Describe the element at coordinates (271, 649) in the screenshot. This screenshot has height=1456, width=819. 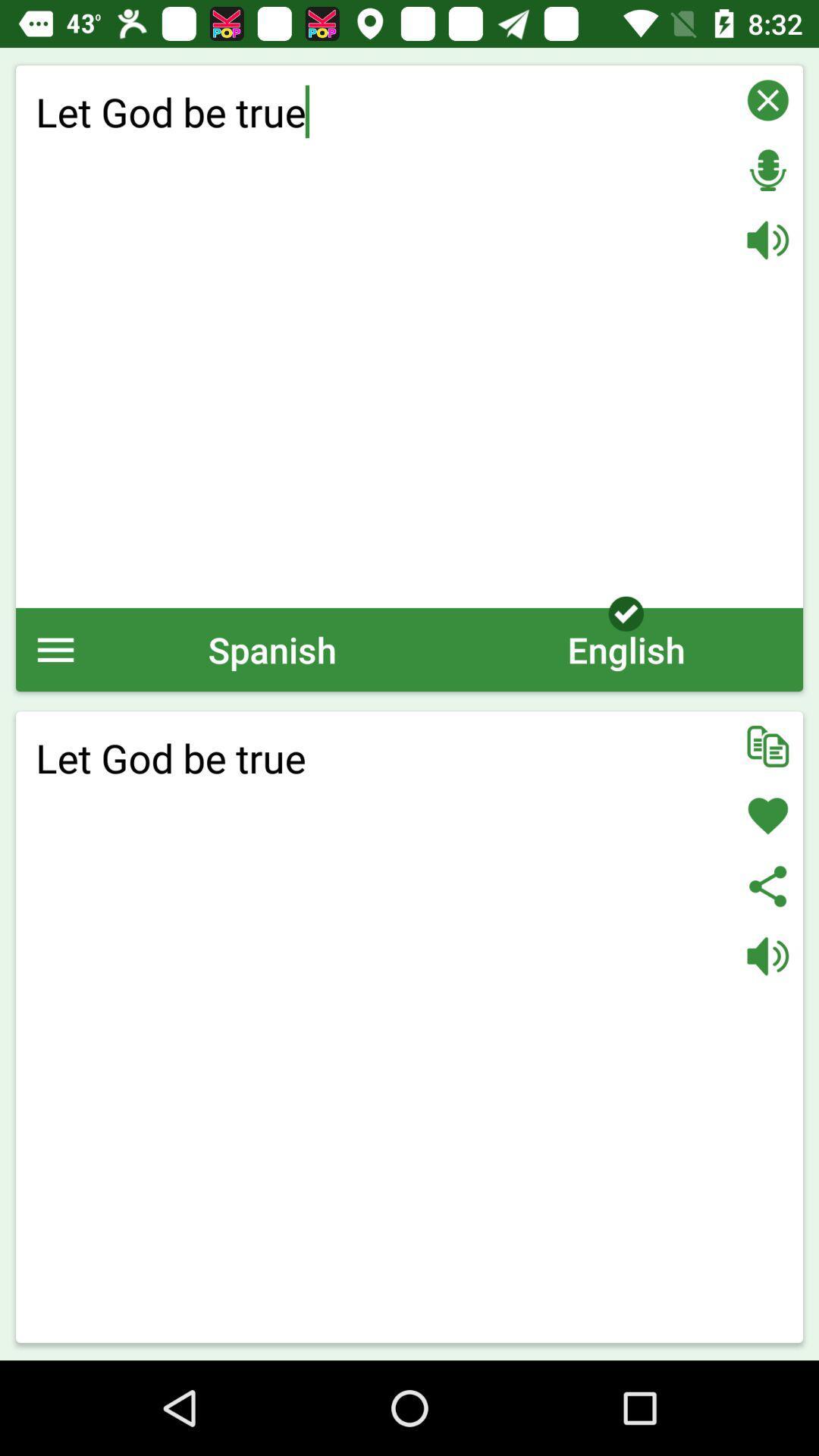
I see `the spanish icon` at that location.